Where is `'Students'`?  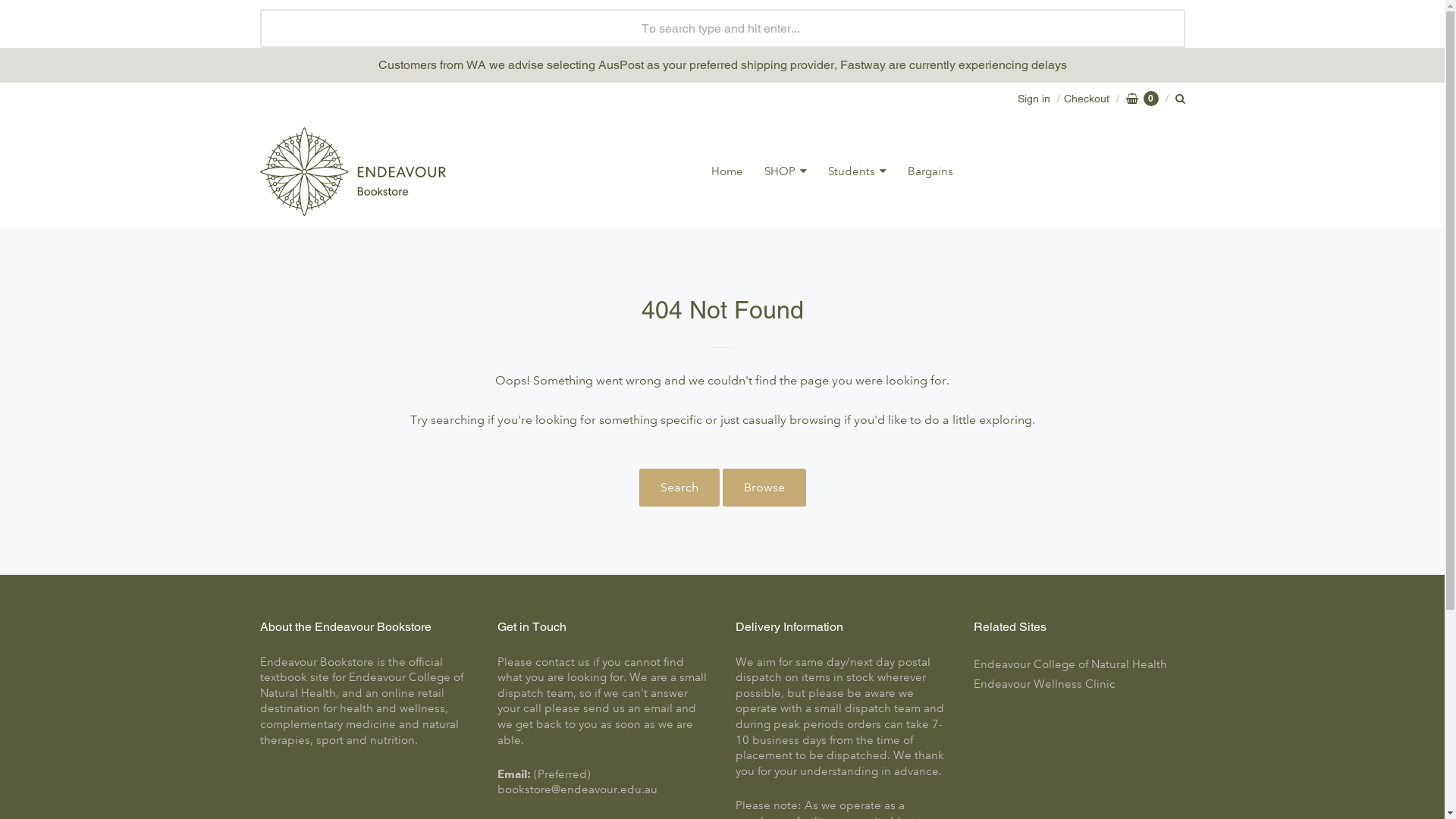
'Students' is located at coordinates (857, 171).